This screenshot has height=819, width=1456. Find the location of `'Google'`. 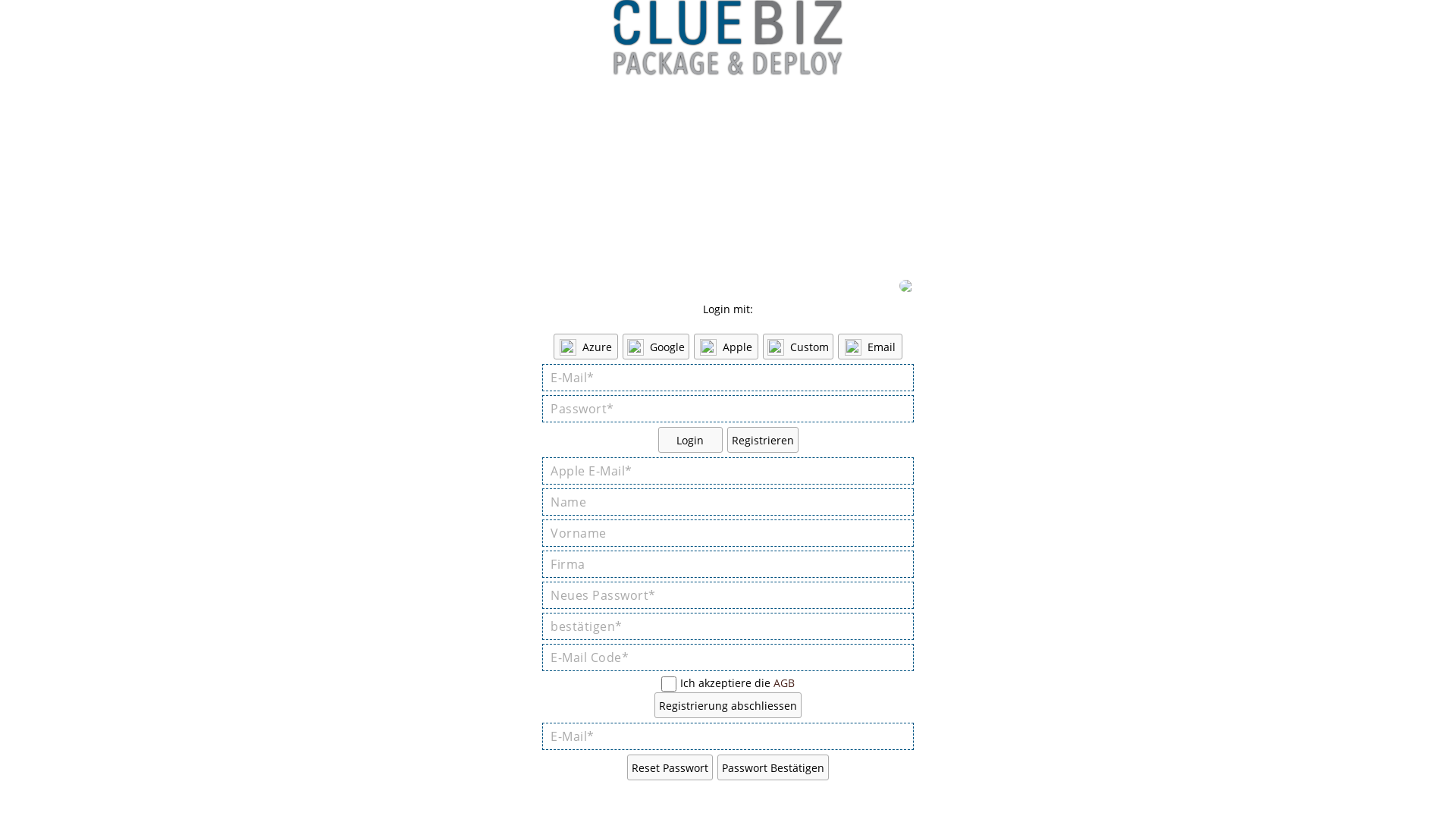

'Google' is located at coordinates (655, 346).